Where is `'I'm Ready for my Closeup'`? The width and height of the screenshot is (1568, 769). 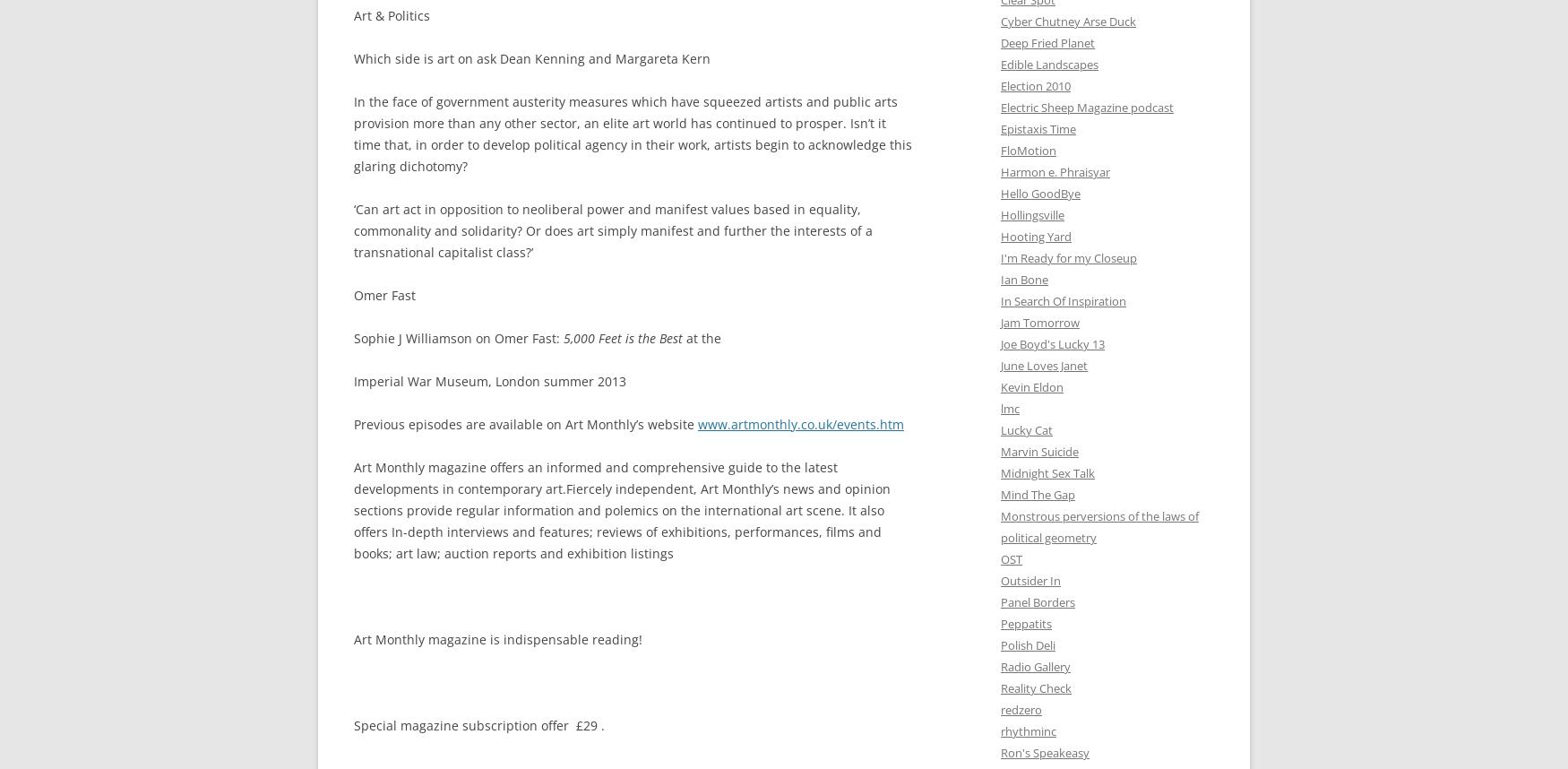
'I'm Ready for my Closeup' is located at coordinates (1001, 258).